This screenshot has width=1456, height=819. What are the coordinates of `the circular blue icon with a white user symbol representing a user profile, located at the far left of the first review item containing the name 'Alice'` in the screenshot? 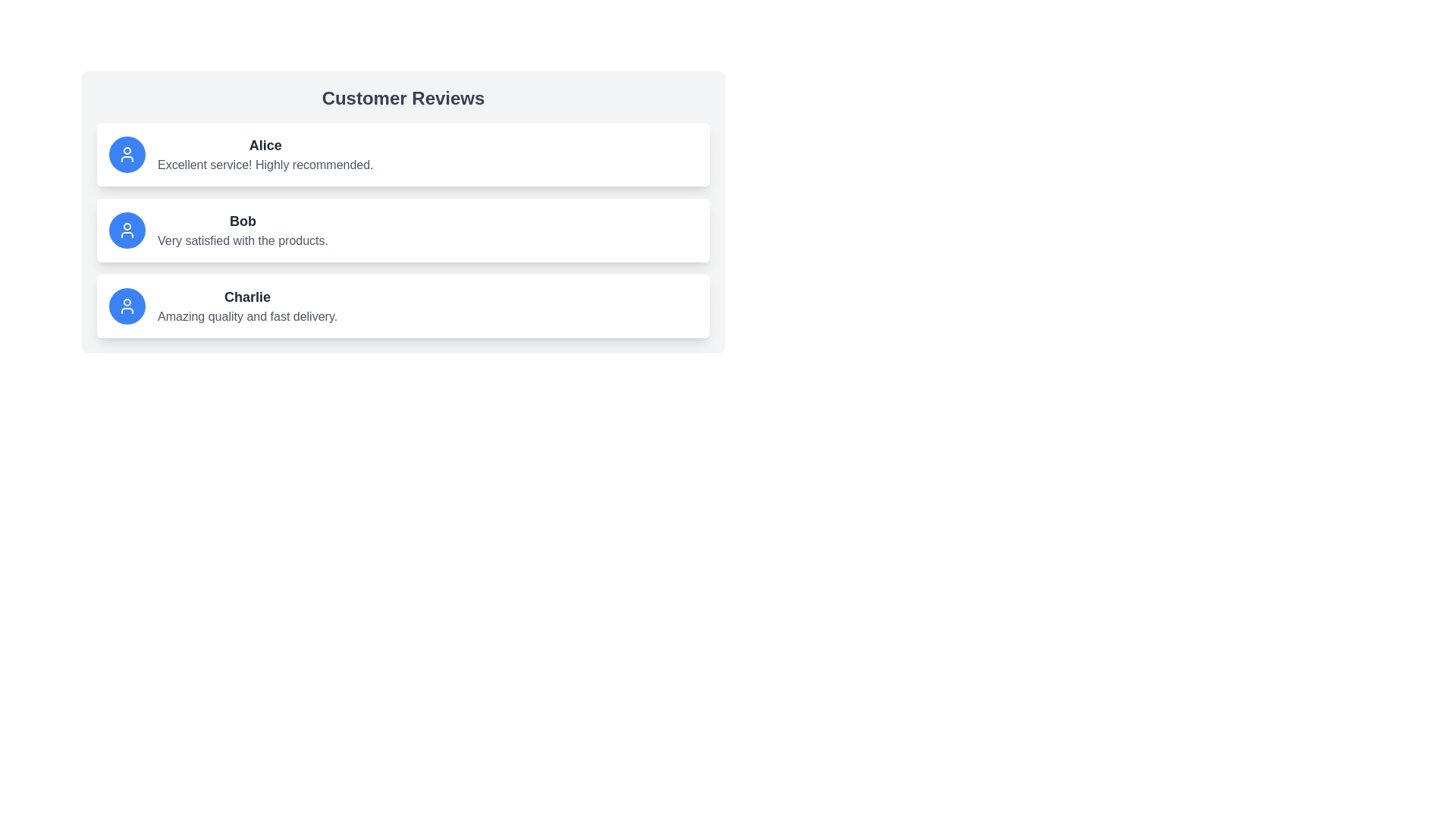 It's located at (127, 155).